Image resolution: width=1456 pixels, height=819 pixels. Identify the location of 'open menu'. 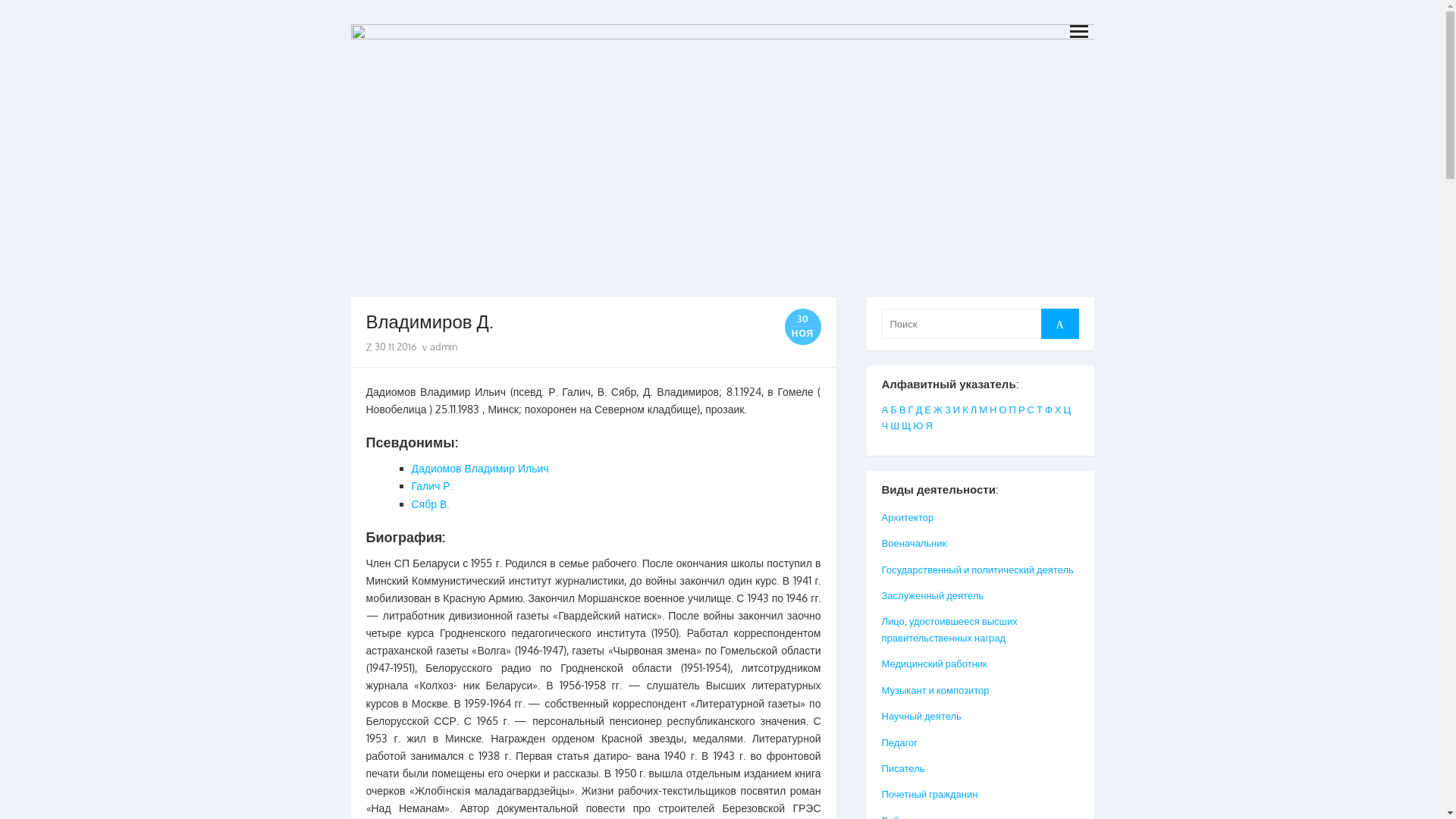
(1077, 30).